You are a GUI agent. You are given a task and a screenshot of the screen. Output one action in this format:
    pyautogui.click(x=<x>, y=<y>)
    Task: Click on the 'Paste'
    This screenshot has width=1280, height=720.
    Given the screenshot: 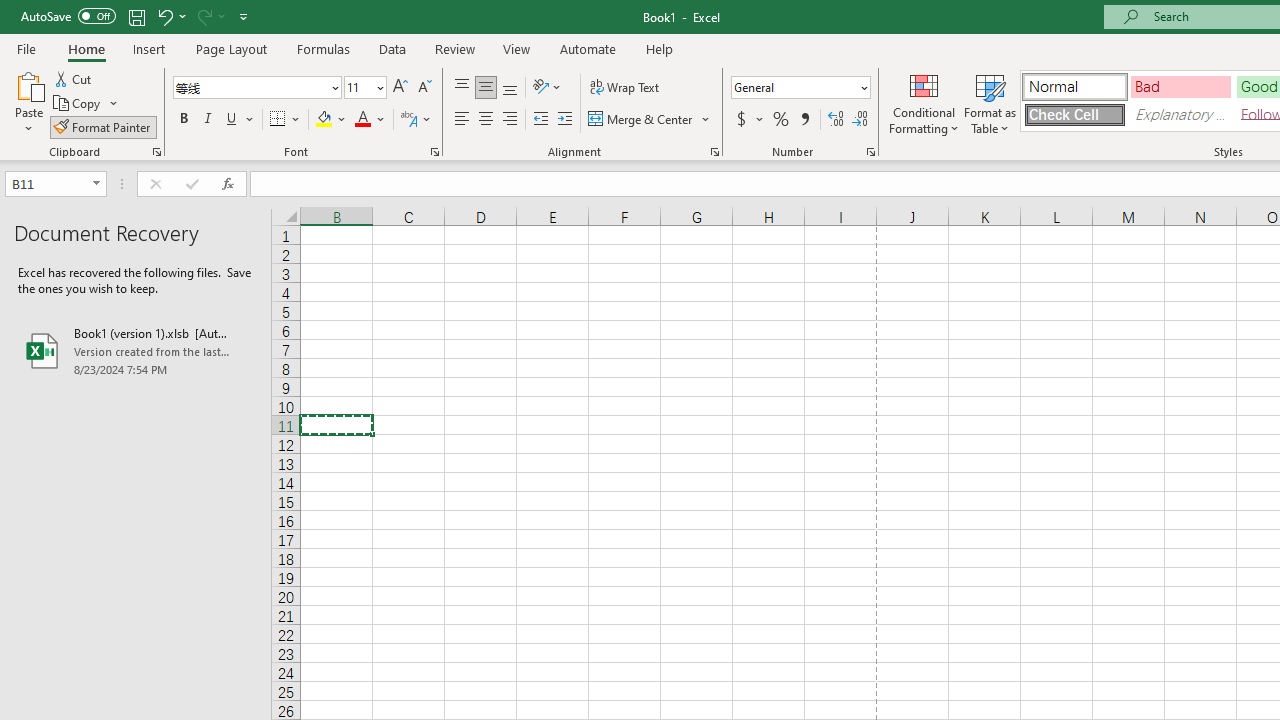 What is the action you would take?
    pyautogui.click(x=28, y=103)
    